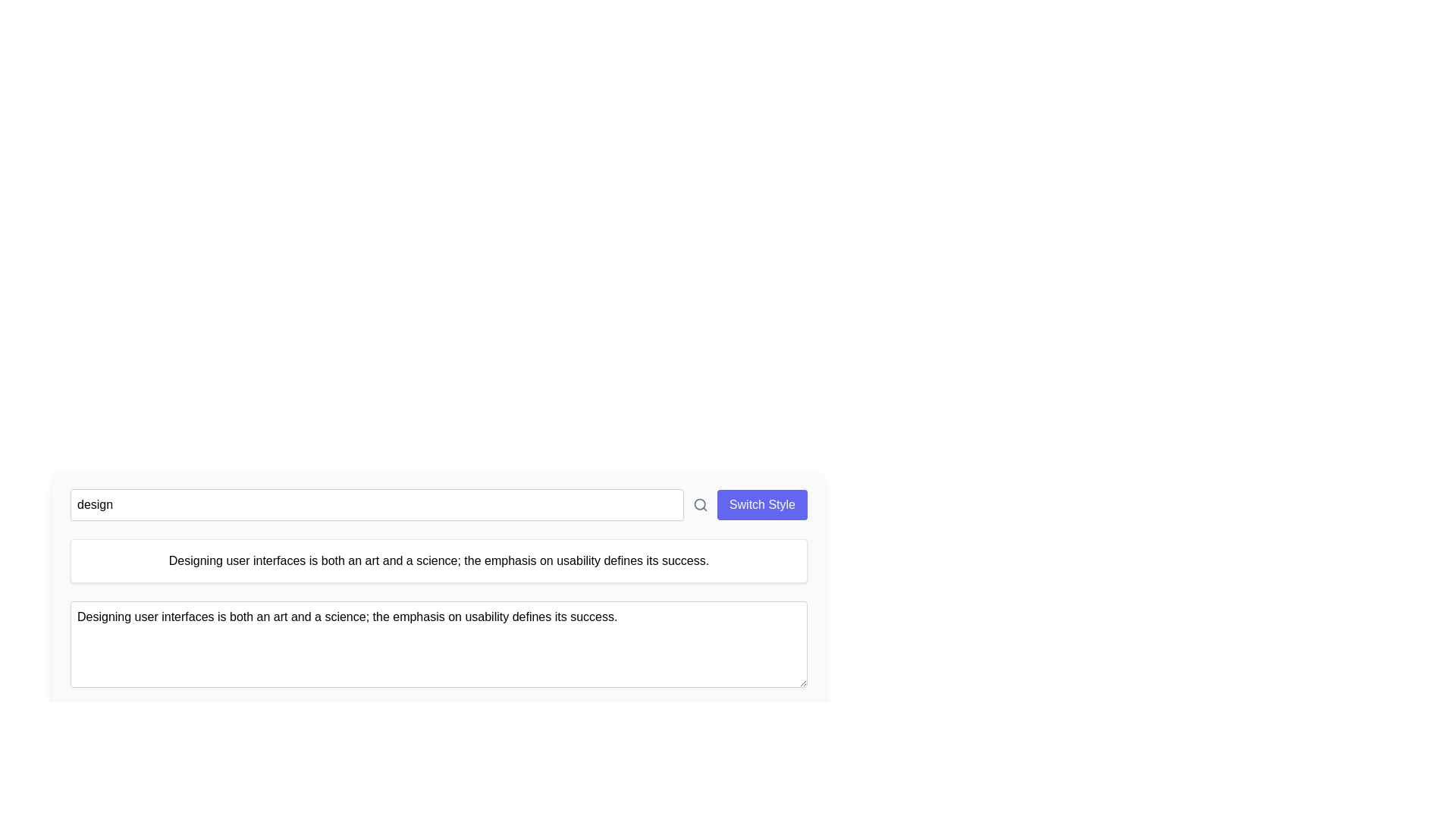 This screenshot has width=1456, height=819. Describe the element at coordinates (377, 505) in the screenshot. I see `to select the text 'design' in the text input field styled with a rounded border and shadow effect, which contains the placeholder 'Enter word` at that location.